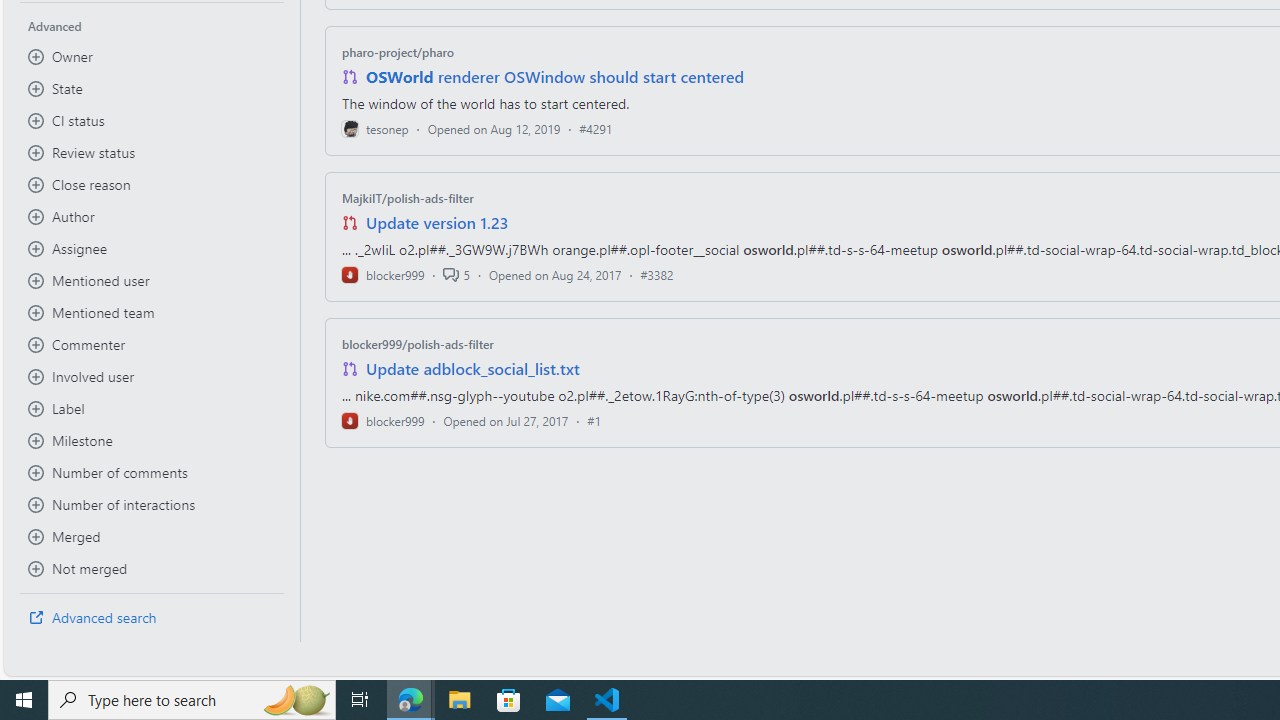 This screenshot has width=1280, height=720. Describe the element at coordinates (471, 368) in the screenshot. I see `'Update adblock_social_list.txt'` at that location.